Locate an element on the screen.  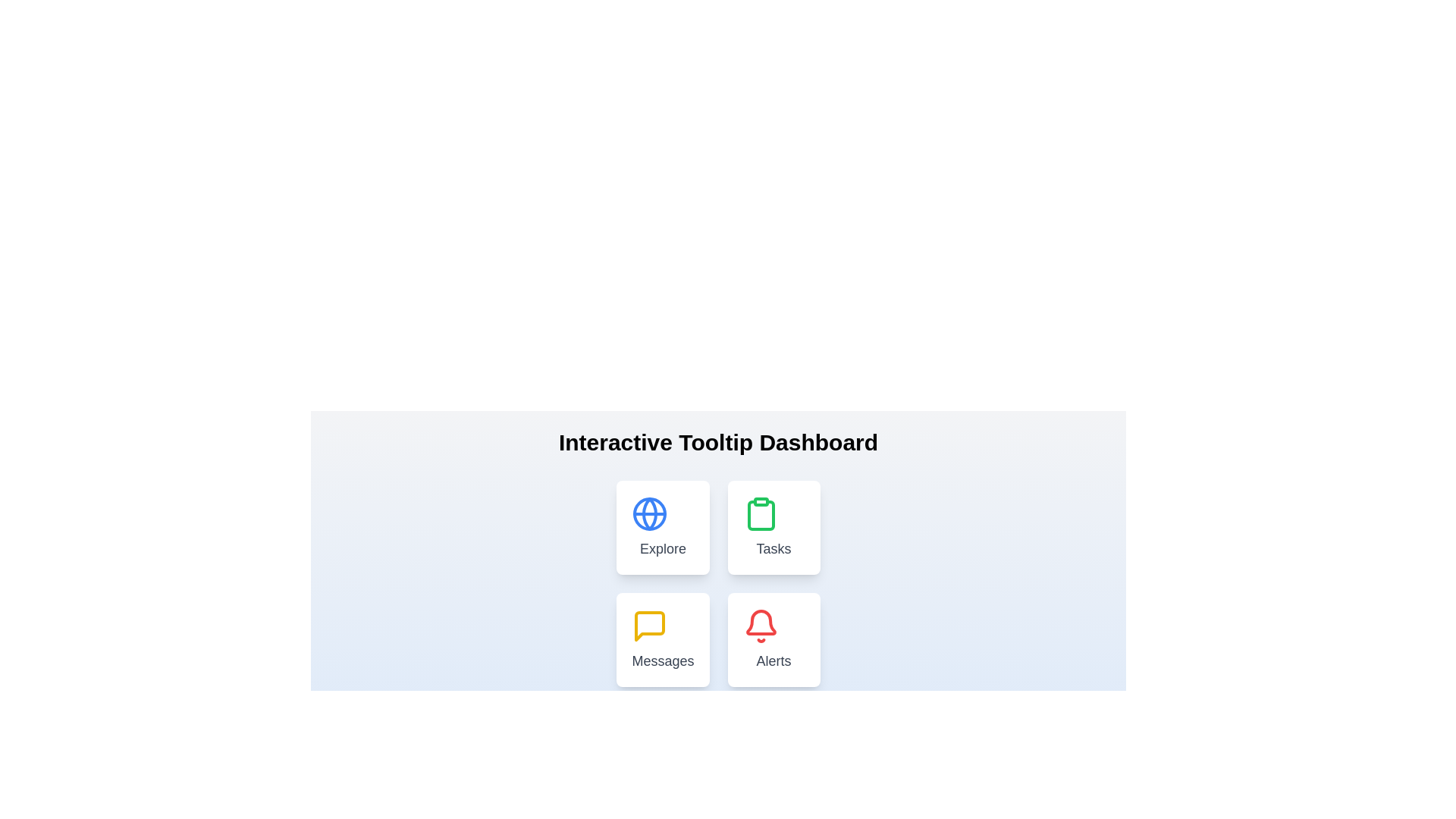
the Text Label located in the lower-left card of a four-card layout, which is directly below the yellow chat bubble icon is located at coordinates (663, 660).